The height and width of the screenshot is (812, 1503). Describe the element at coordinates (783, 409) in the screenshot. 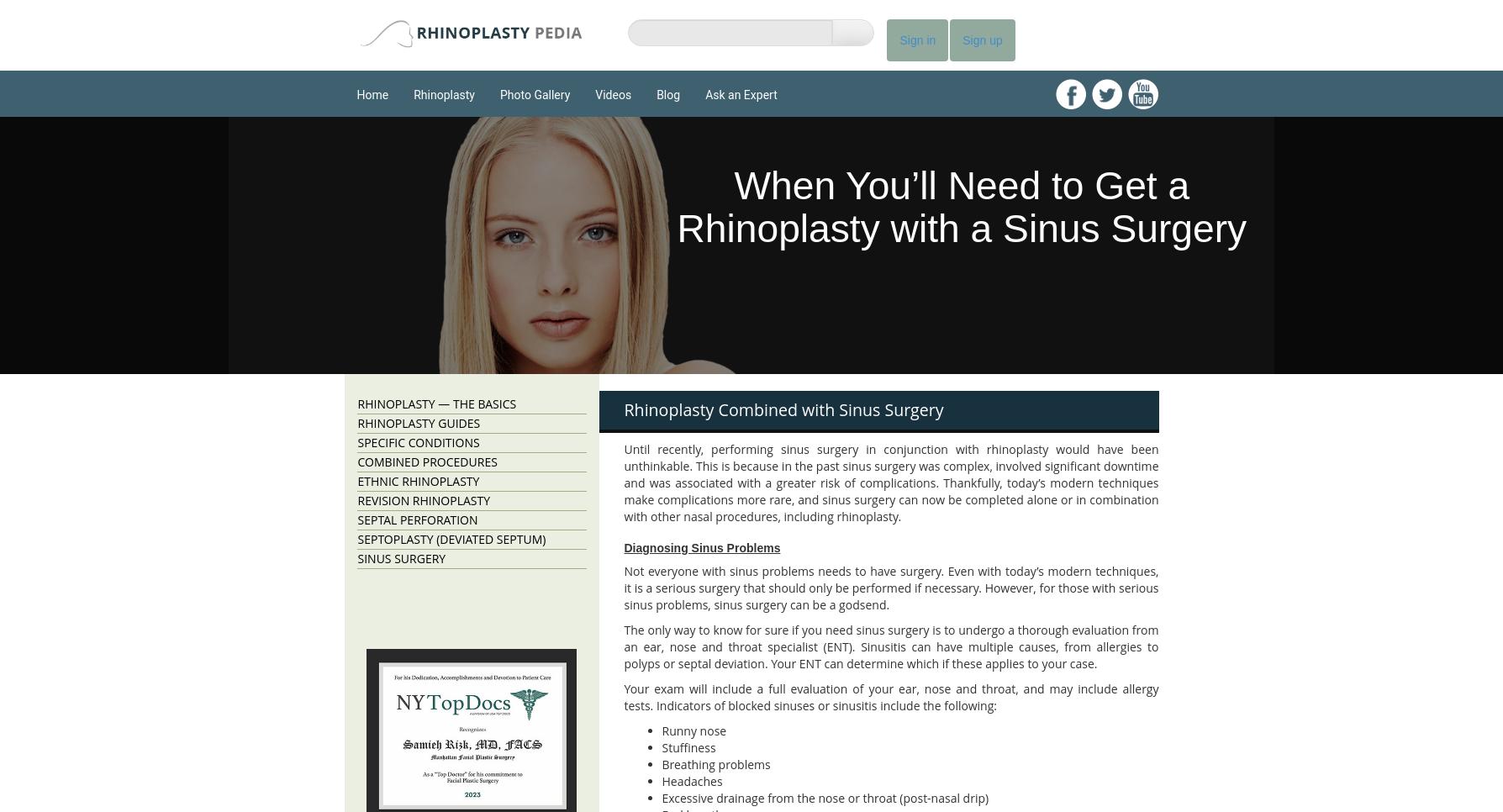

I see `'Rhinoplasty Combined with Sinus Surgery'` at that location.